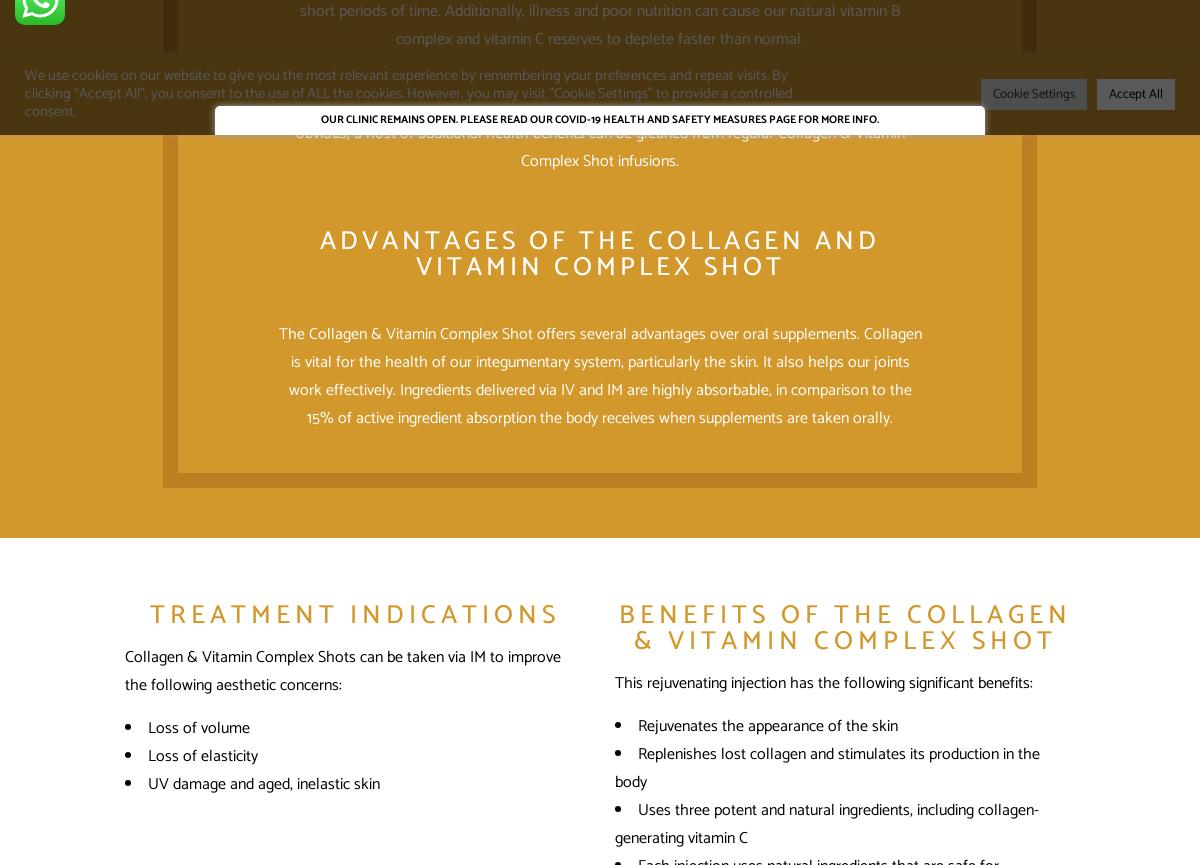  I want to click on 'Benefits of the Collagen & Vitamin Complex Shot', so click(843, 628).